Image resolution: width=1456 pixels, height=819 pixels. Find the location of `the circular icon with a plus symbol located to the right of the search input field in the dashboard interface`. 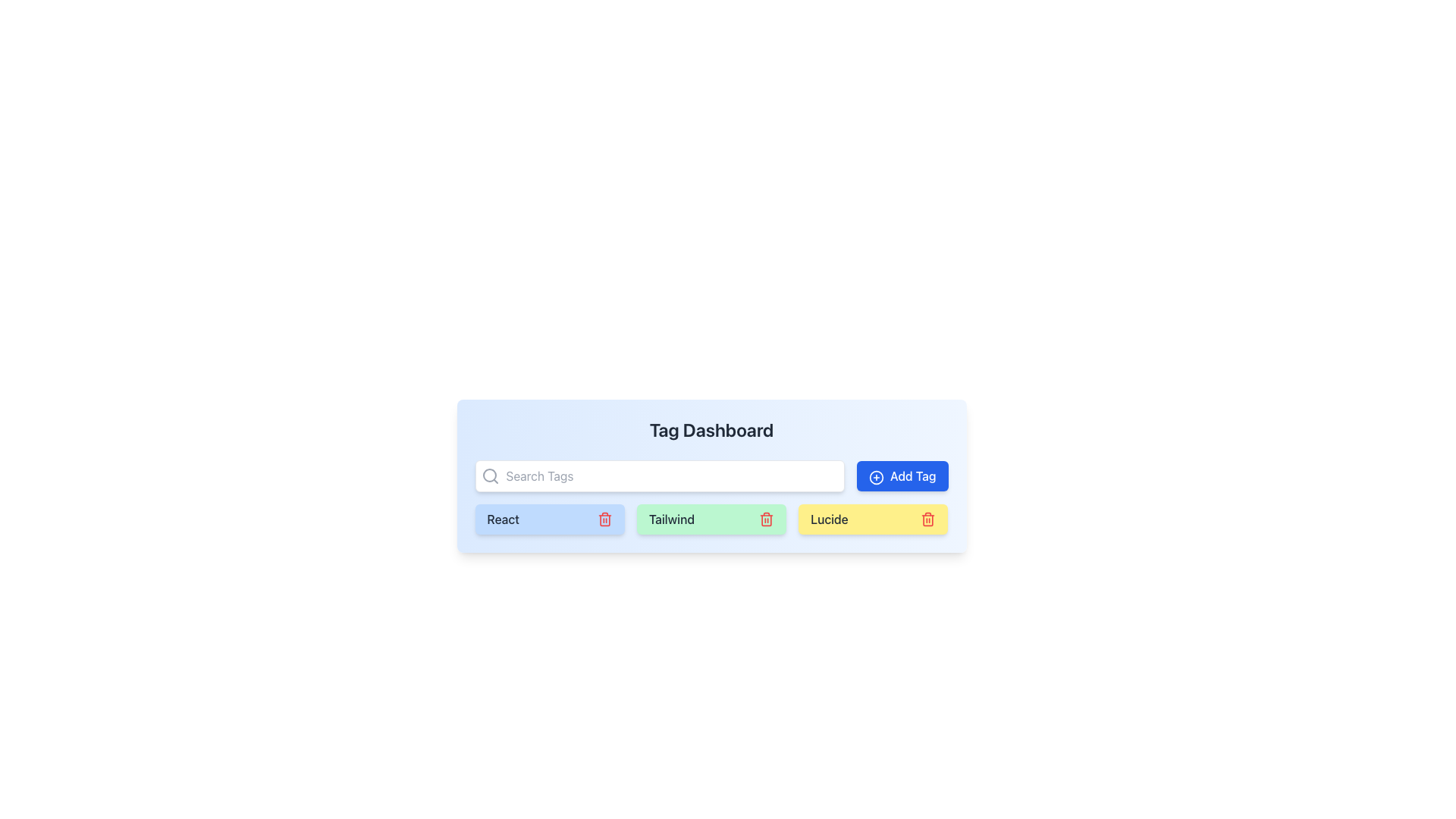

the circular icon with a plus symbol located to the right of the search input field in the dashboard interface is located at coordinates (876, 476).